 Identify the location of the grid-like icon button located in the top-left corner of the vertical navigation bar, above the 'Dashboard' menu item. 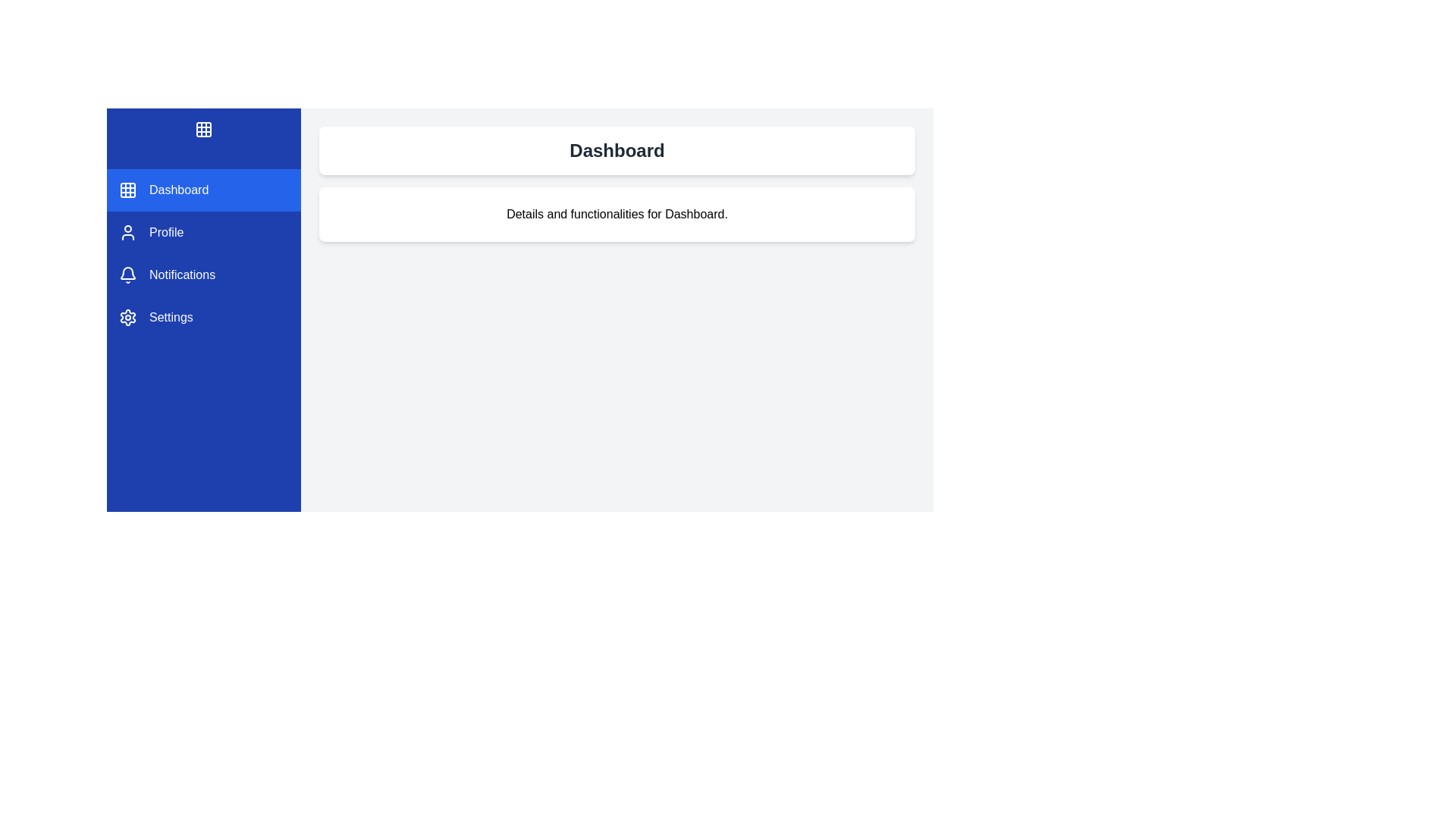
(202, 128).